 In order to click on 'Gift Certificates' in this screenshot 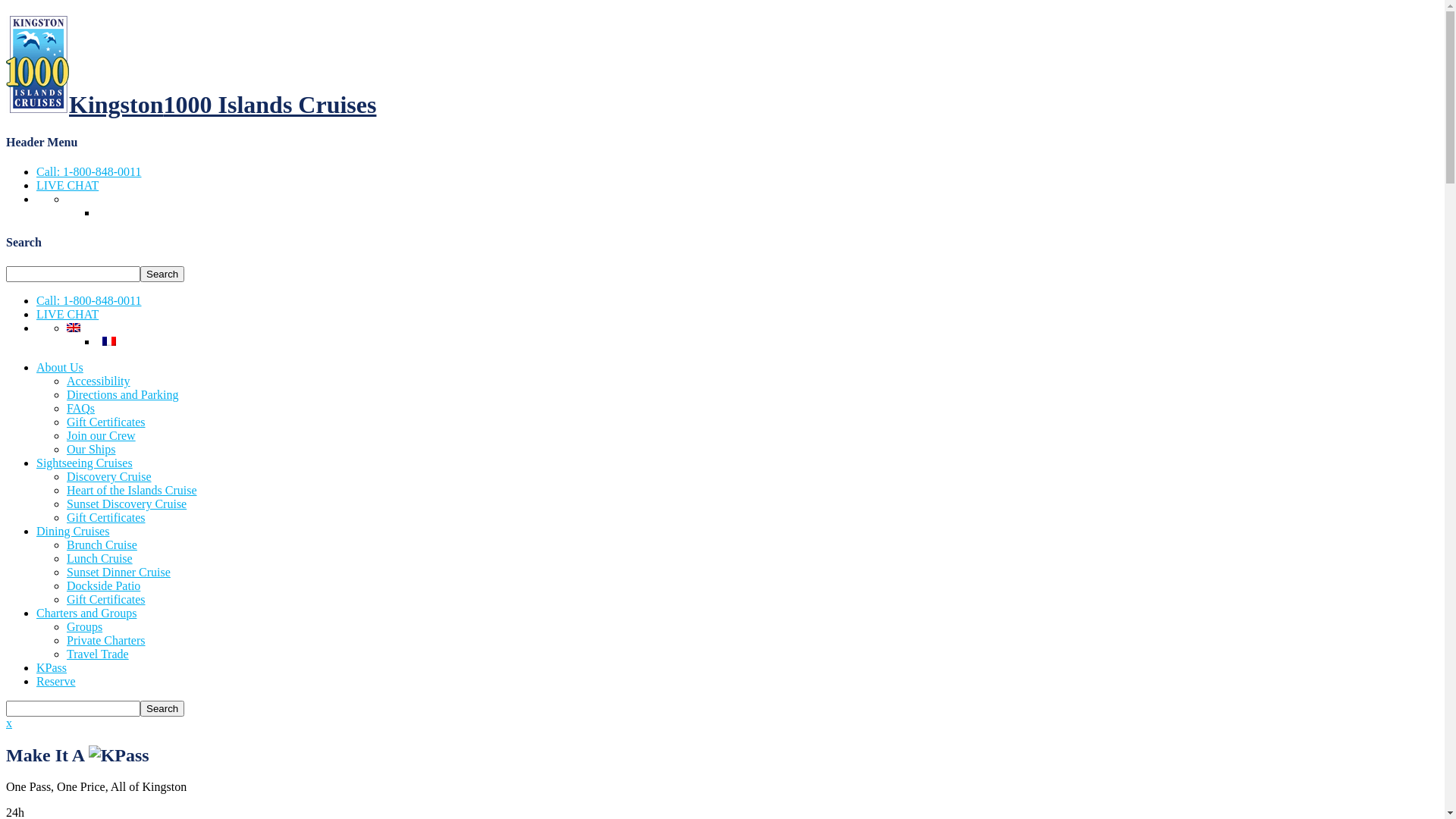, I will do `click(105, 598)`.